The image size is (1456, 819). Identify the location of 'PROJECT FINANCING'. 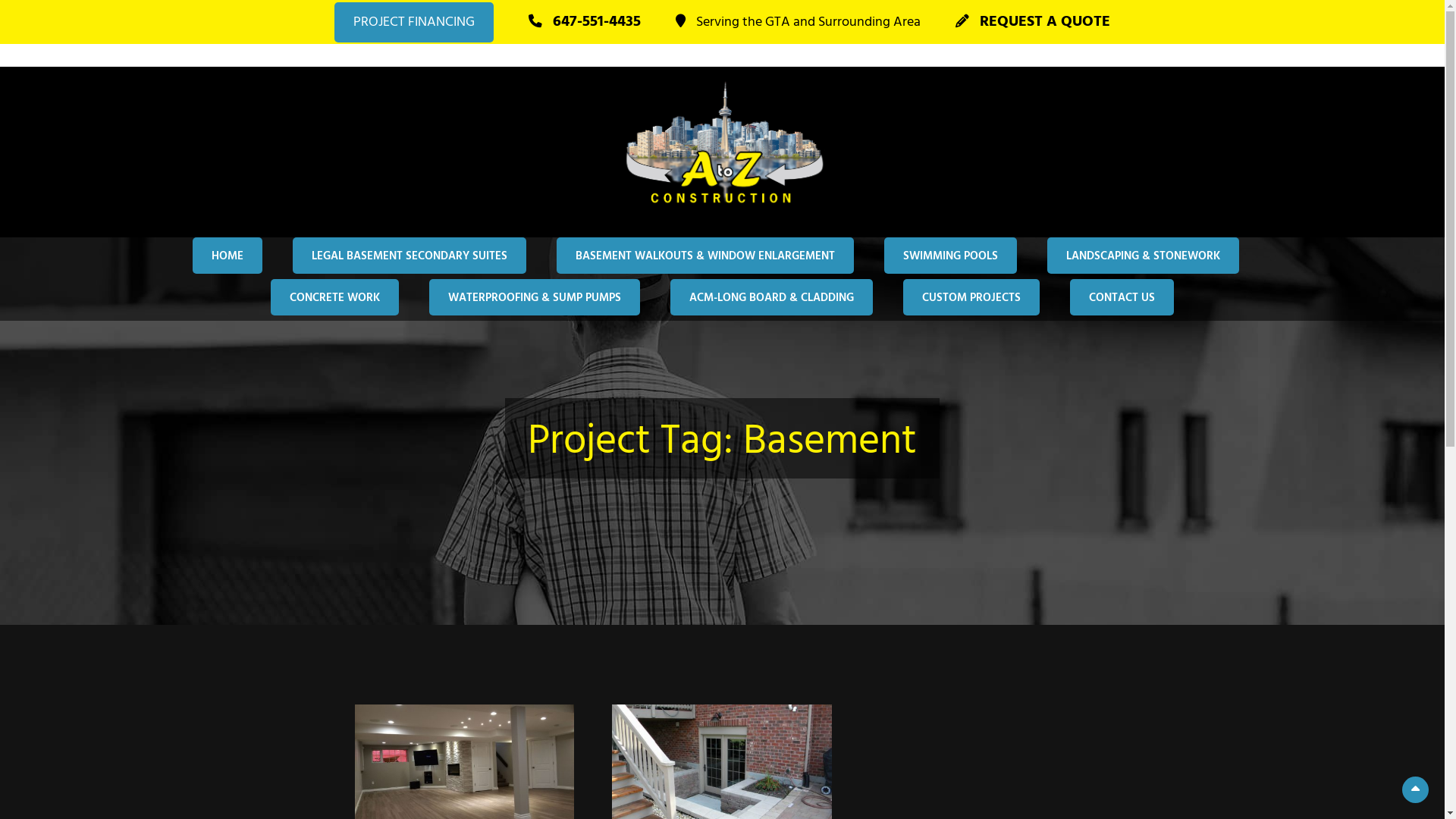
(414, 22).